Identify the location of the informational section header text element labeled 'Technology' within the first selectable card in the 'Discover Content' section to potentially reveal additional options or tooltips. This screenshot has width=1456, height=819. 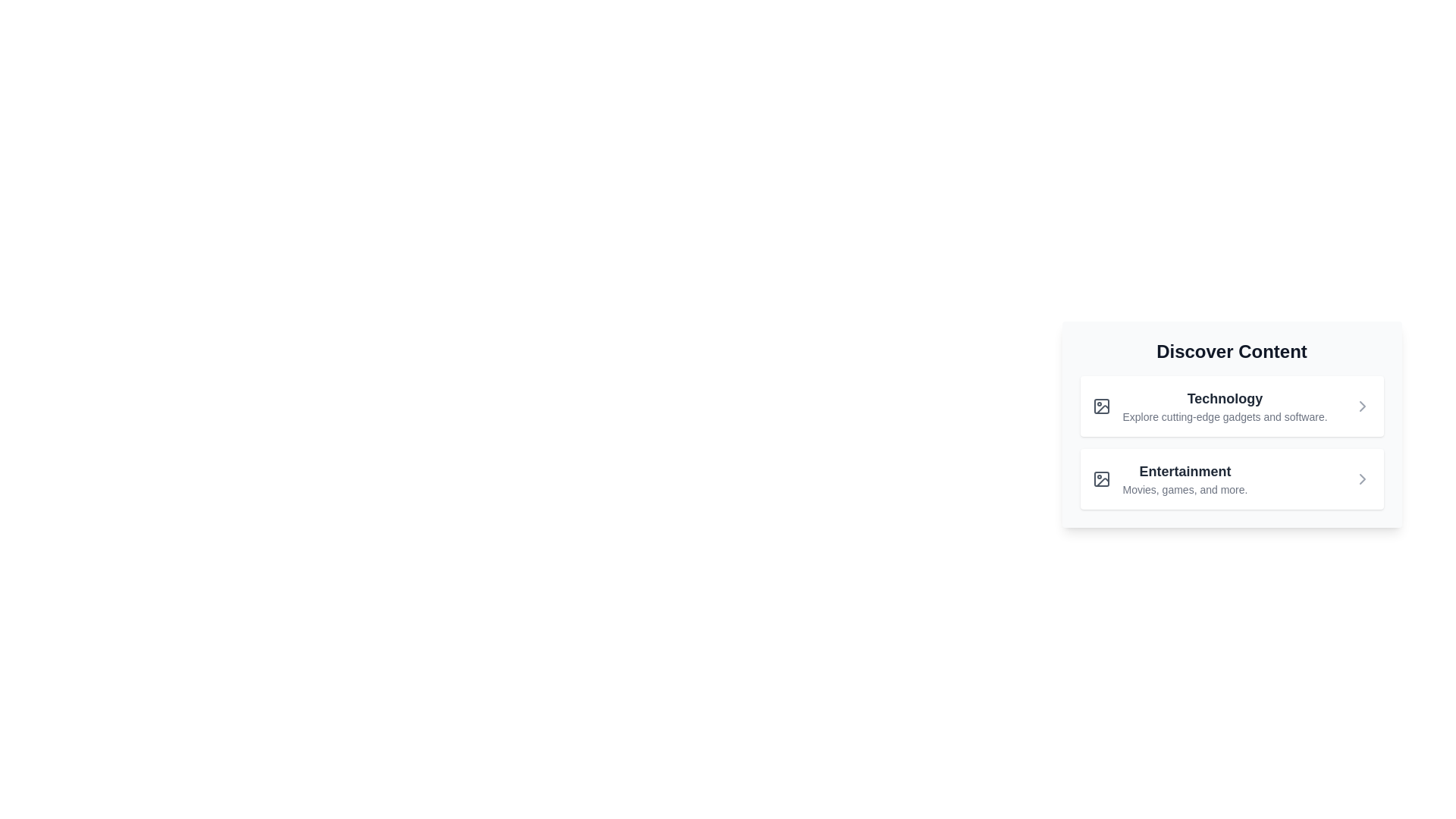
(1225, 406).